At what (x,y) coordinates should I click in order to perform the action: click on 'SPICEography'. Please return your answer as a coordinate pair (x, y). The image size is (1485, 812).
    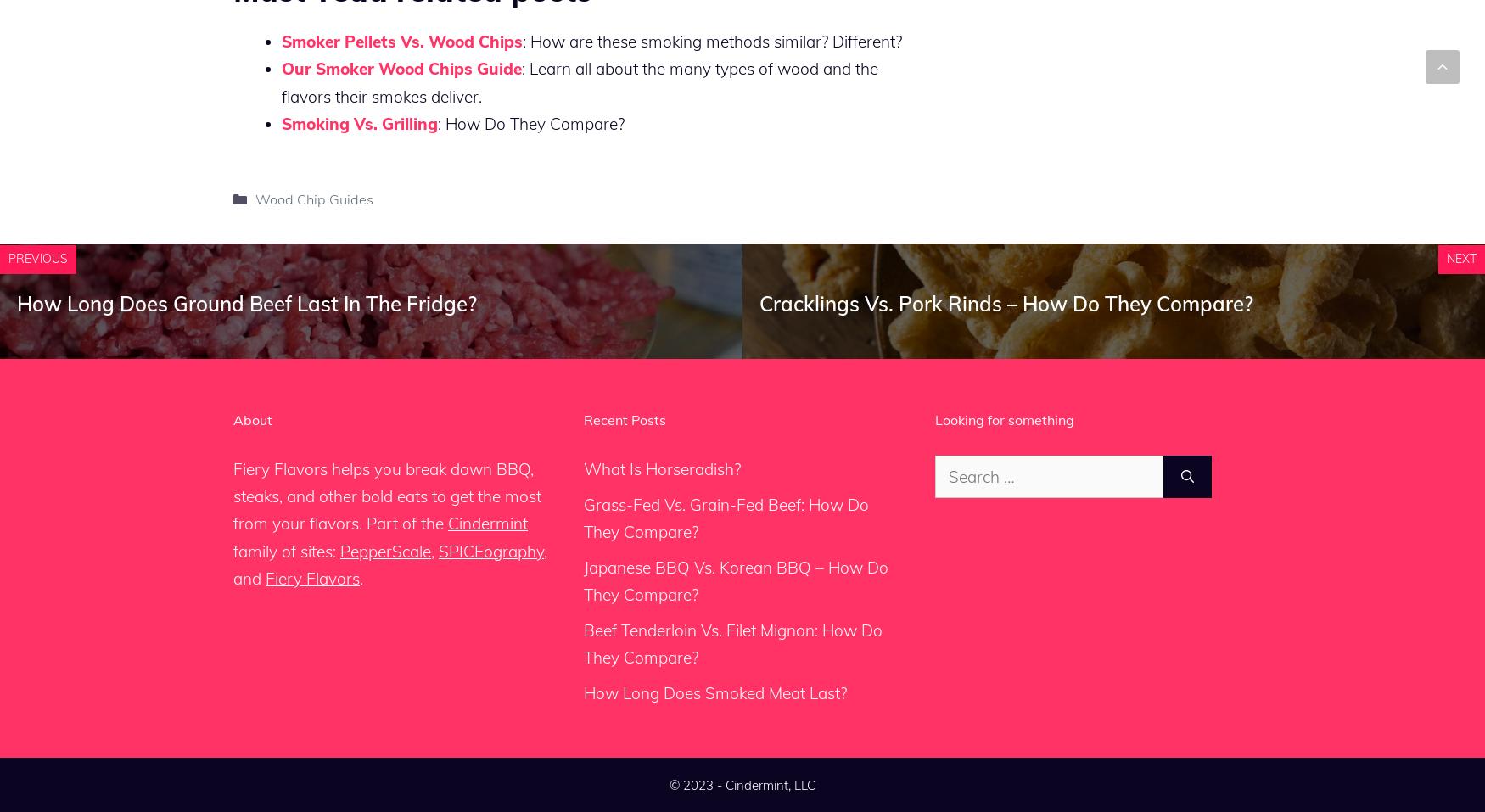
    Looking at the image, I should click on (437, 550).